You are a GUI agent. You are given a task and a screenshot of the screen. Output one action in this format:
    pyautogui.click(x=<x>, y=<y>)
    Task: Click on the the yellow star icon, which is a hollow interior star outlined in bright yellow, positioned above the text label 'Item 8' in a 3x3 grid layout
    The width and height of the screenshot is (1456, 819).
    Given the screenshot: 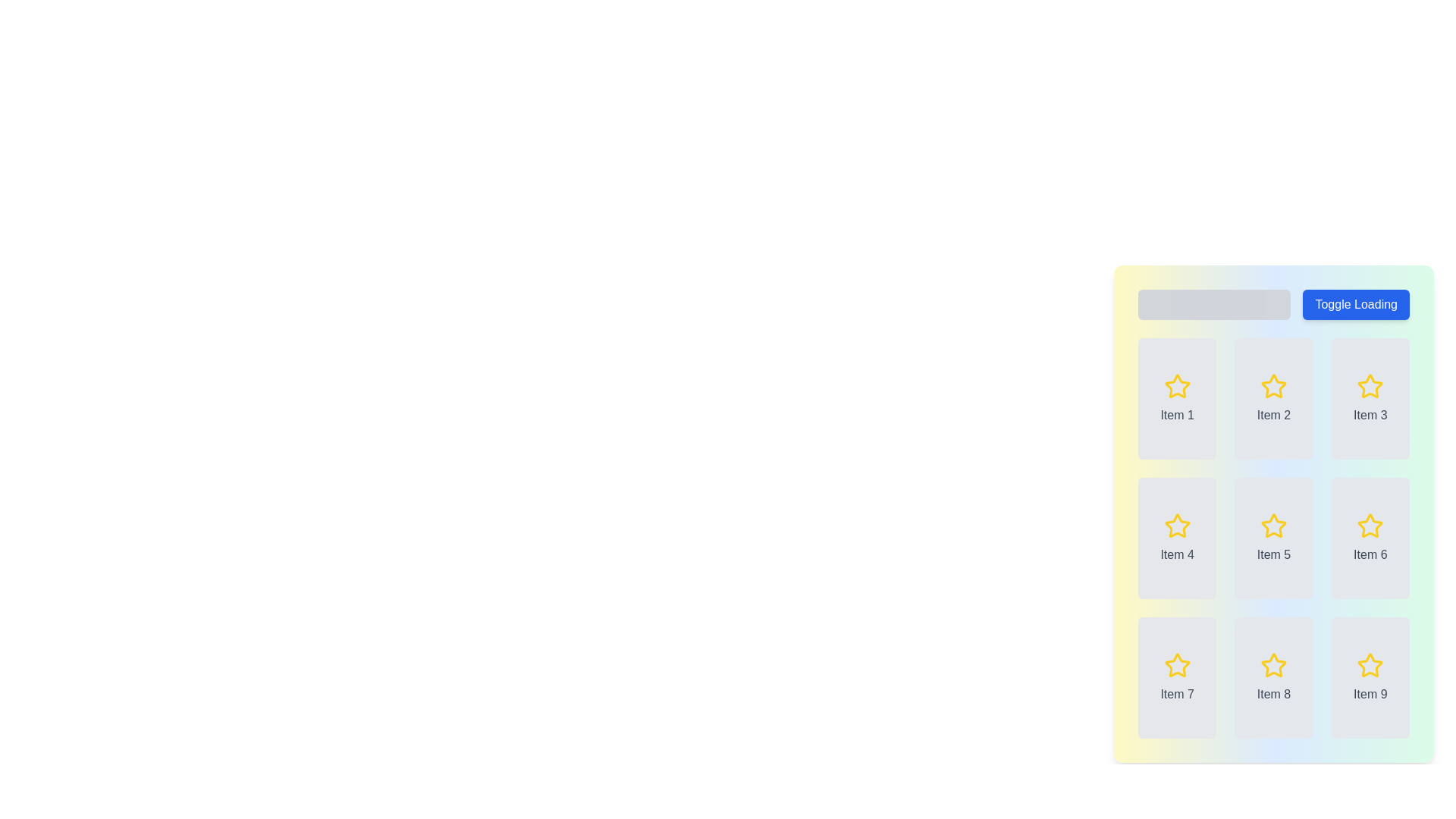 What is the action you would take?
    pyautogui.click(x=1274, y=665)
    